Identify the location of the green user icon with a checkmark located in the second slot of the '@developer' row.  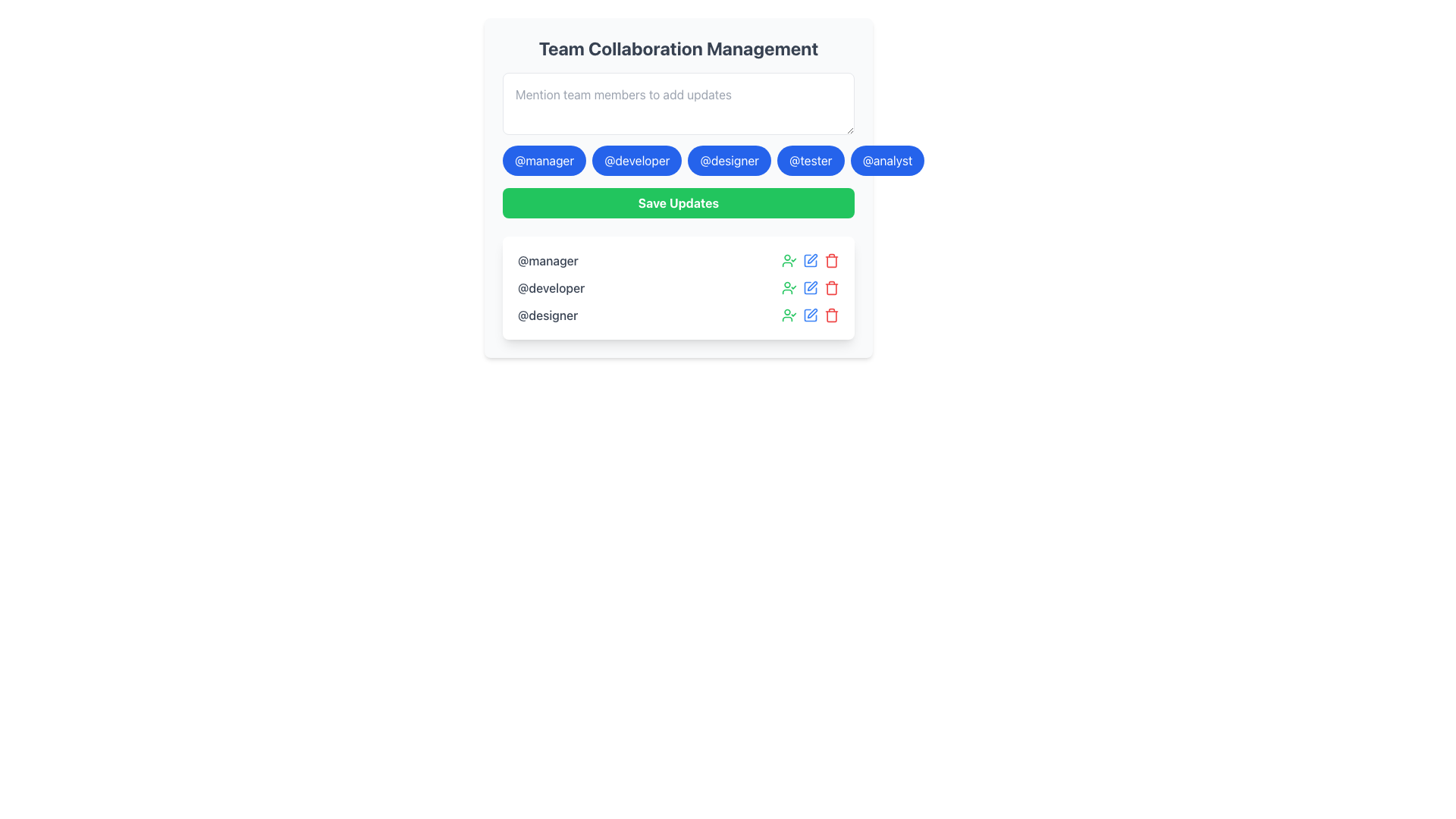
(789, 288).